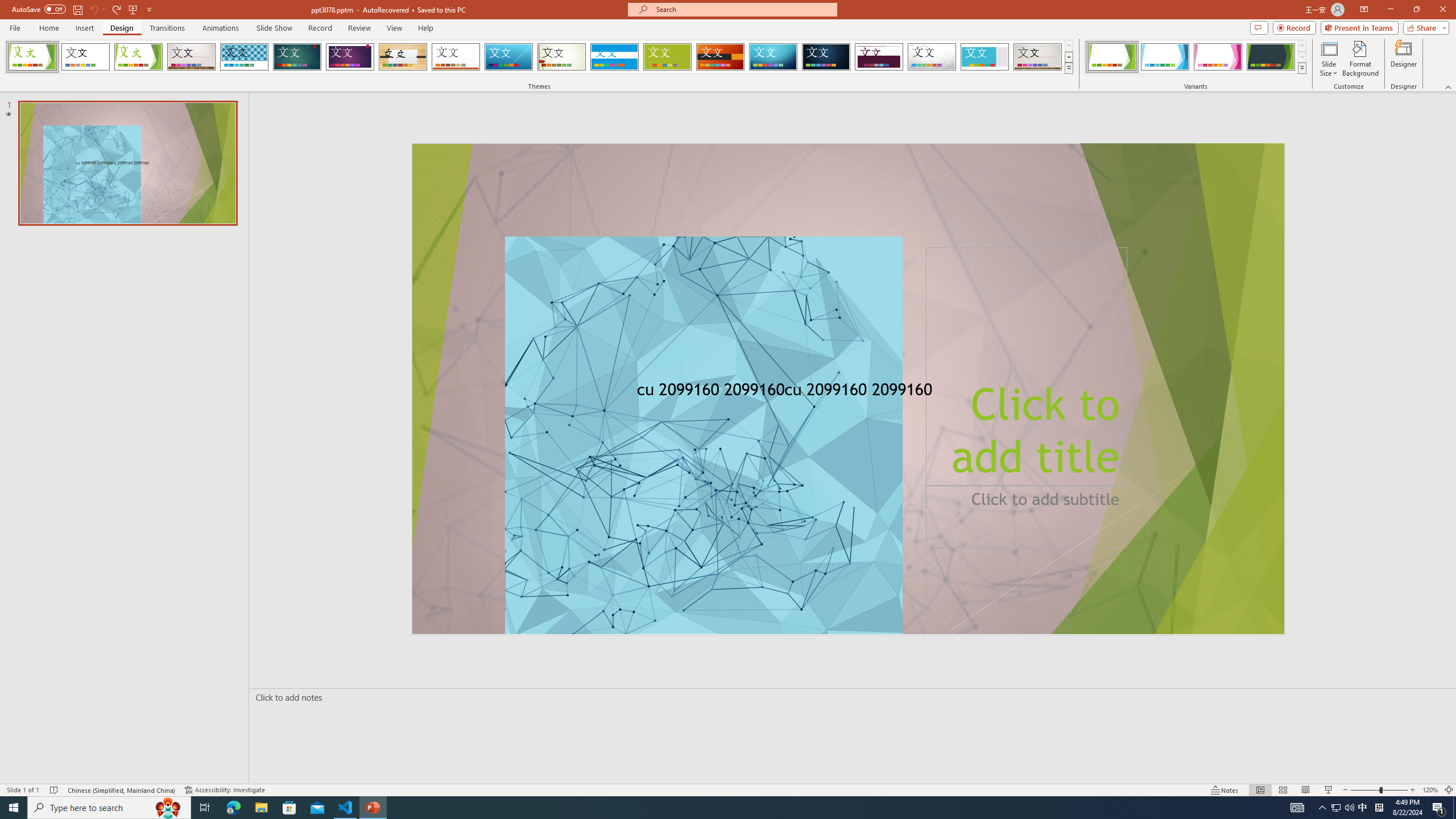 This screenshot has height=819, width=1456. I want to click on 'Droplet Loading Preview...', so click(932, 56).